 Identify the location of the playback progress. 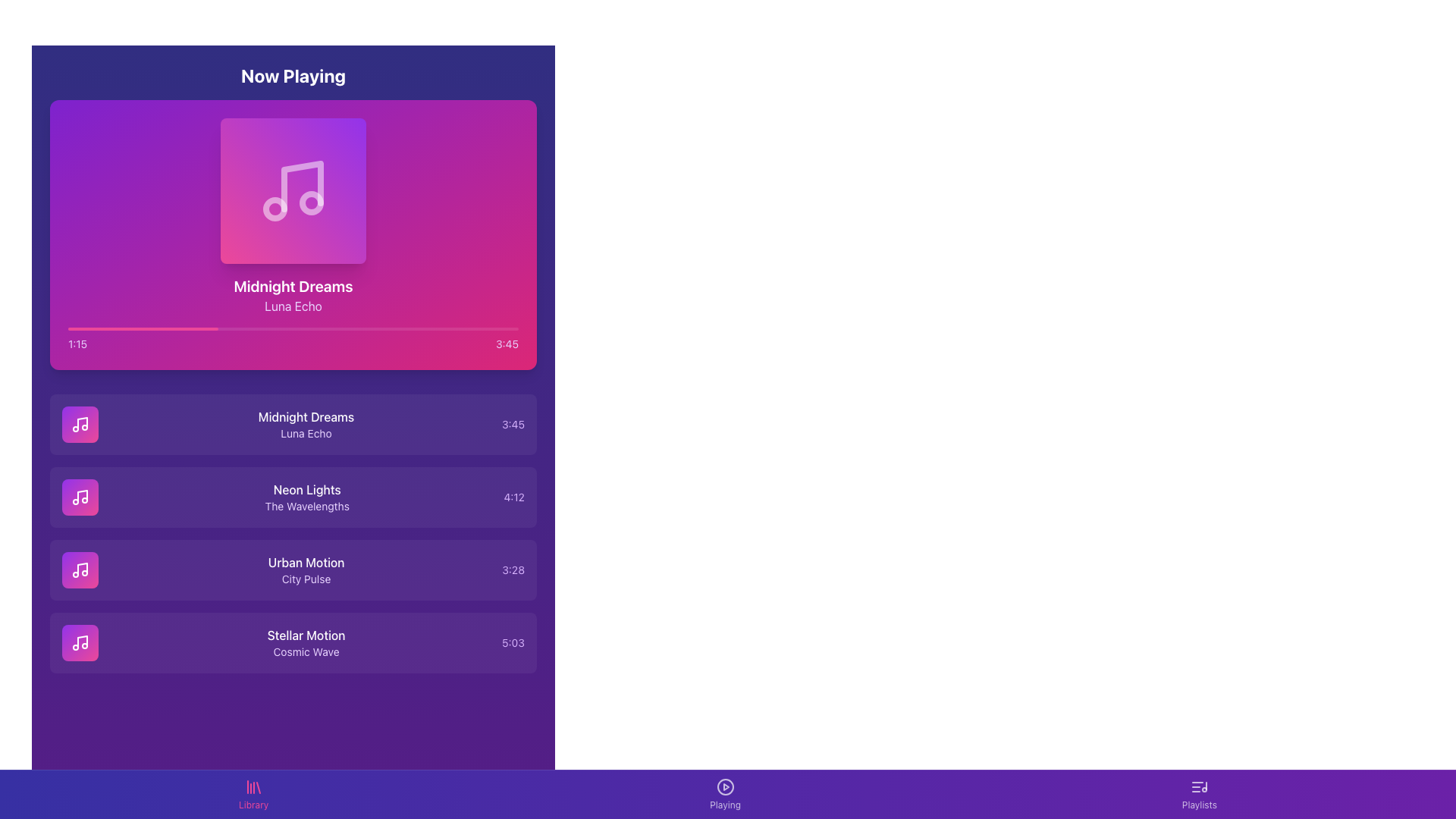
(246, 328).